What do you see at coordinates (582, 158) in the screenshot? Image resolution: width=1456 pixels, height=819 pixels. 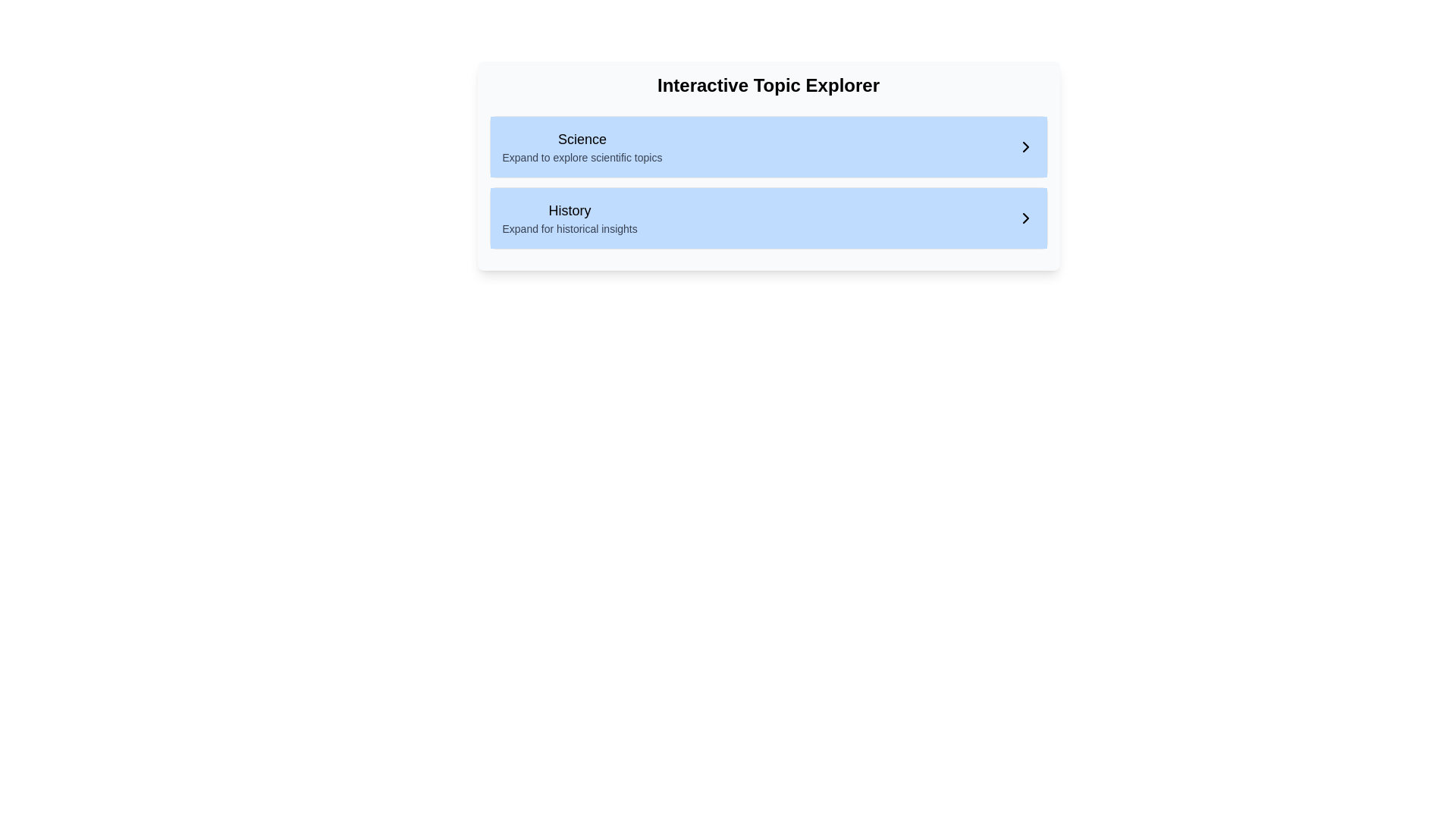 I see `the text label that reads 'Expand` at bounding box center [582, 158].